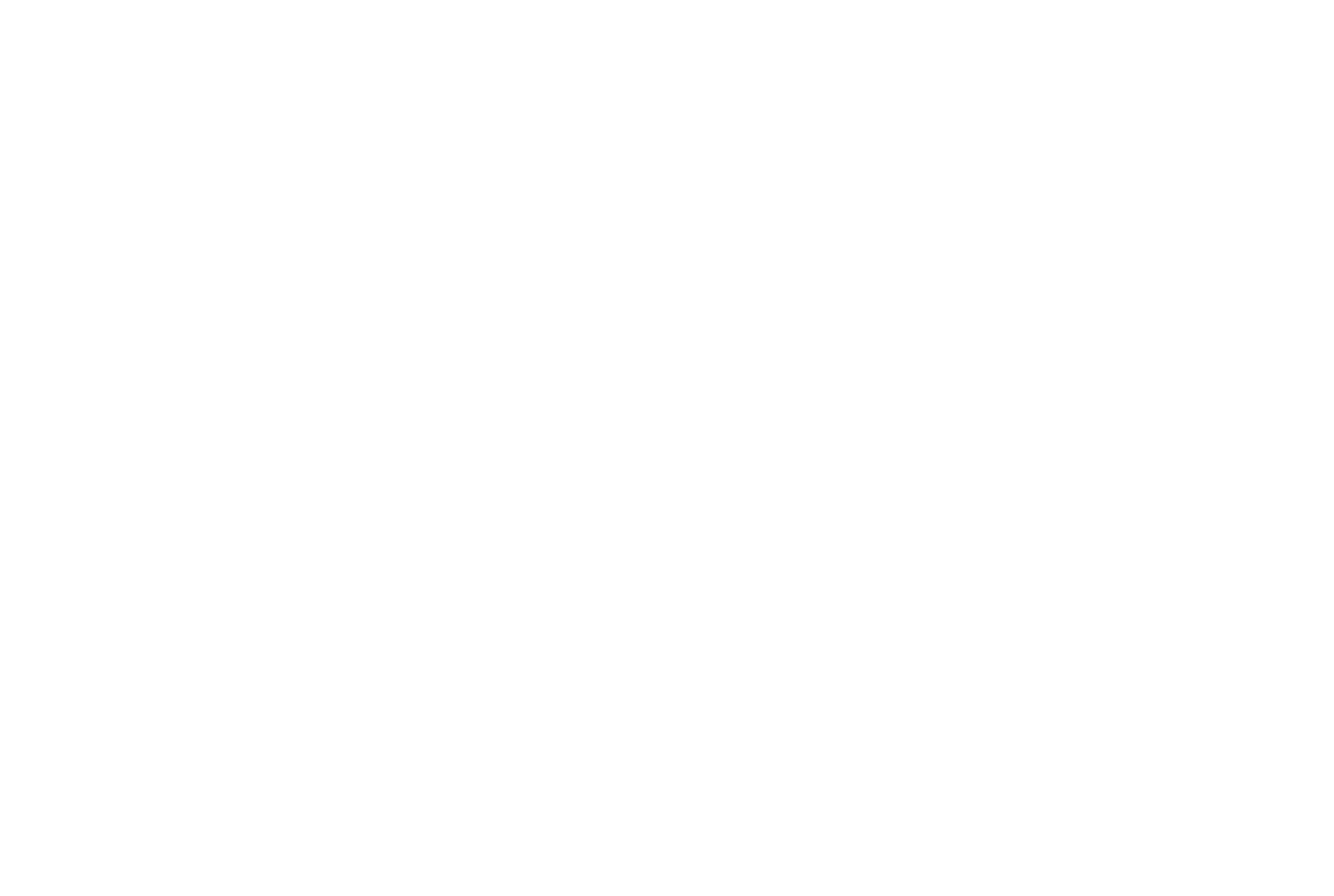 The width and height of the screenshot is (1334, 896). What do you see at coordinates (1218, 147) in the screenshot?
I see `'Sign up'` at bounding box center [1218, 147].